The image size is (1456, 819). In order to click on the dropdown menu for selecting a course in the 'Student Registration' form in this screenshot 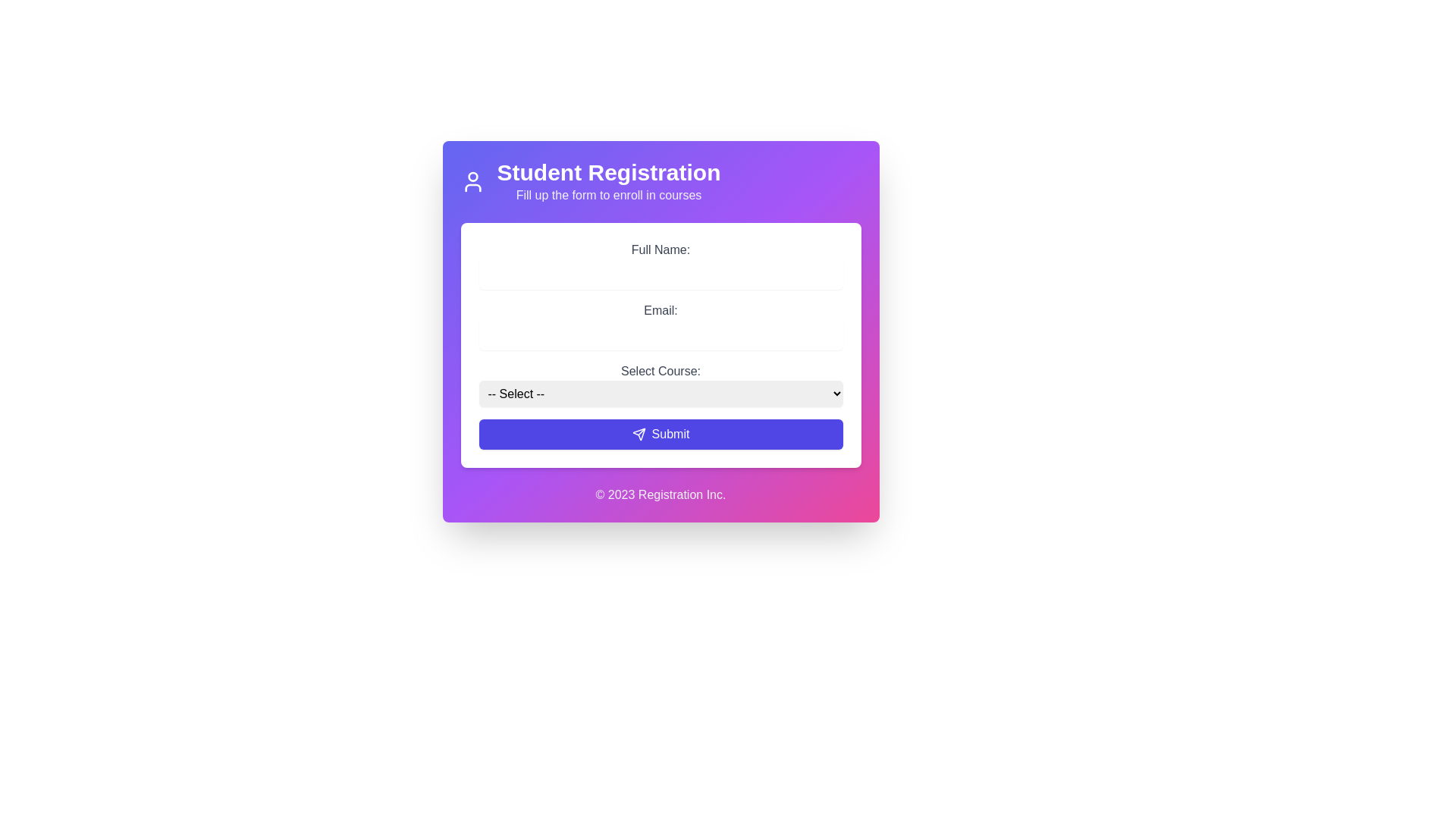, I will do `click(661, 384)`.